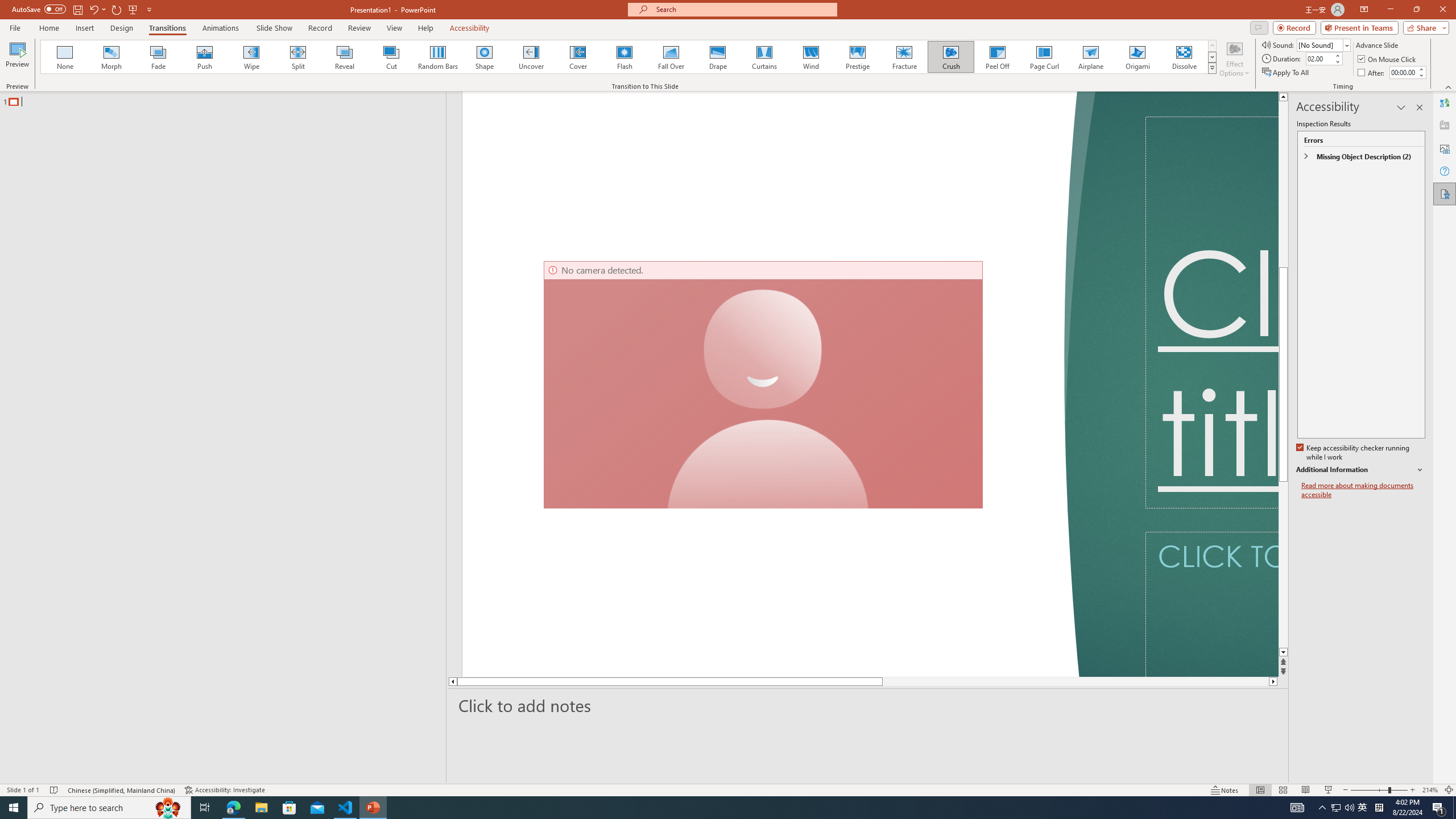 This screenshot has height=819, width=1456. I want to click on 'Apply To All', so click(1287, 72).